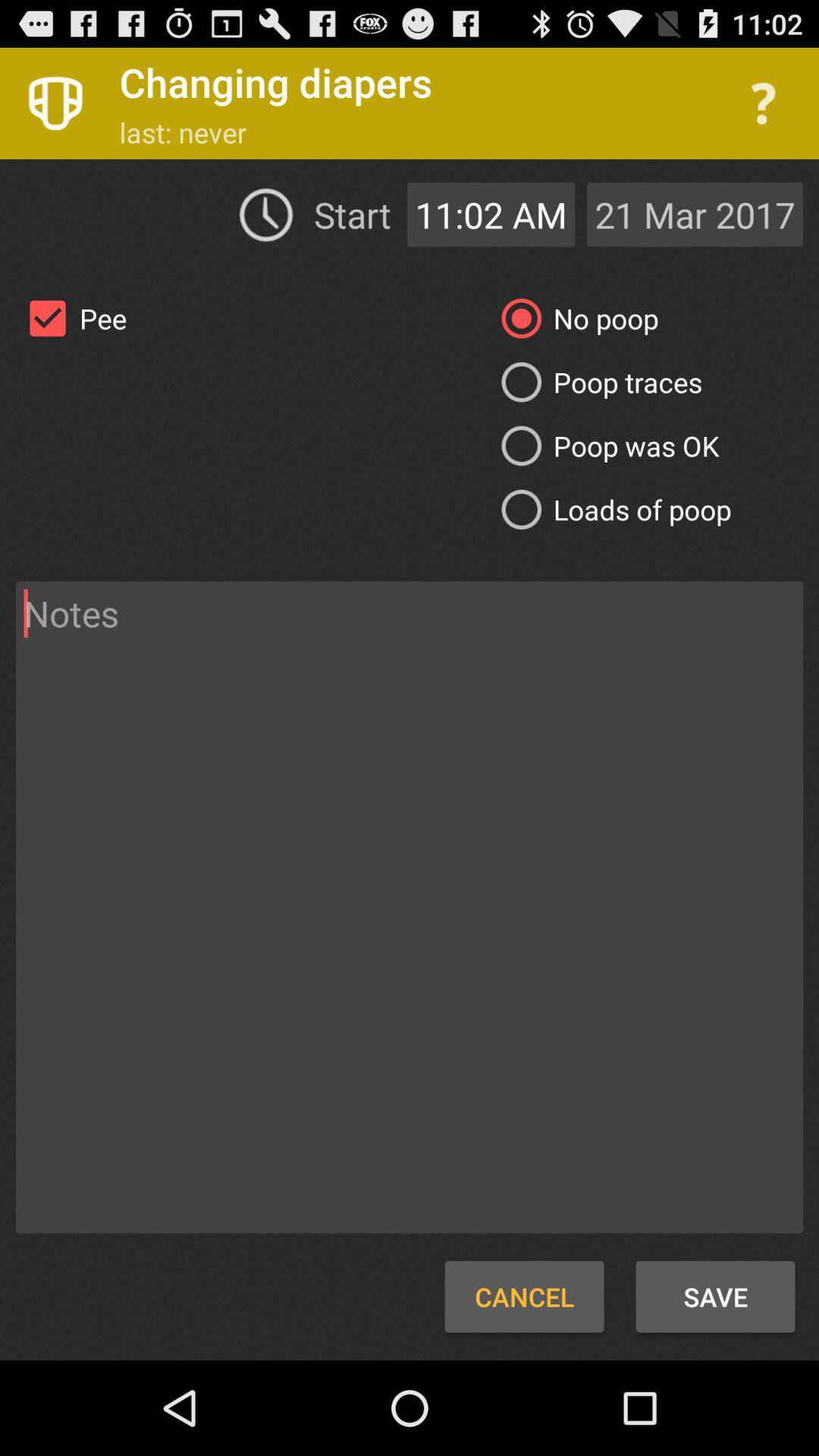  Describe the element at coordinates (610, 510) in the screenshot. I see `icon on the right` at that location.